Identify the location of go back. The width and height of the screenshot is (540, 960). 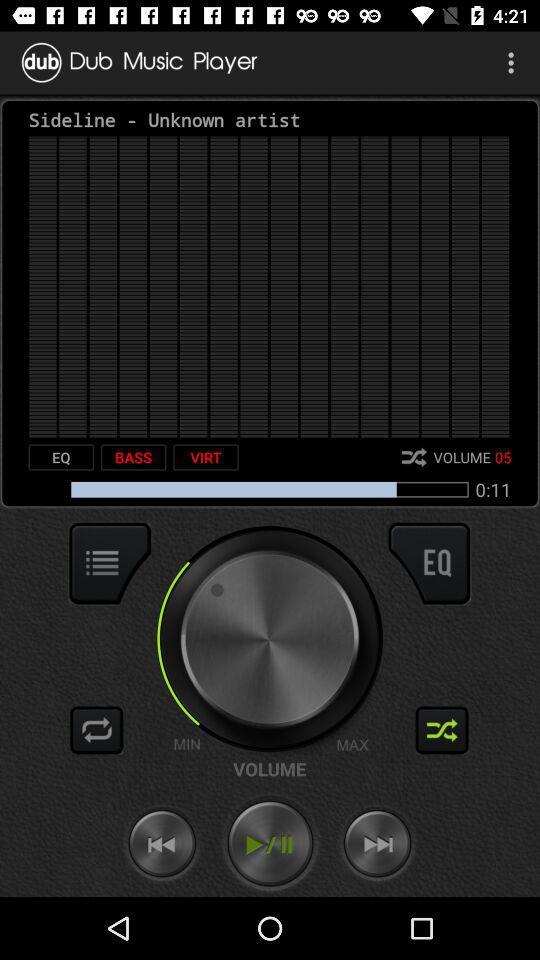
(161, 843).